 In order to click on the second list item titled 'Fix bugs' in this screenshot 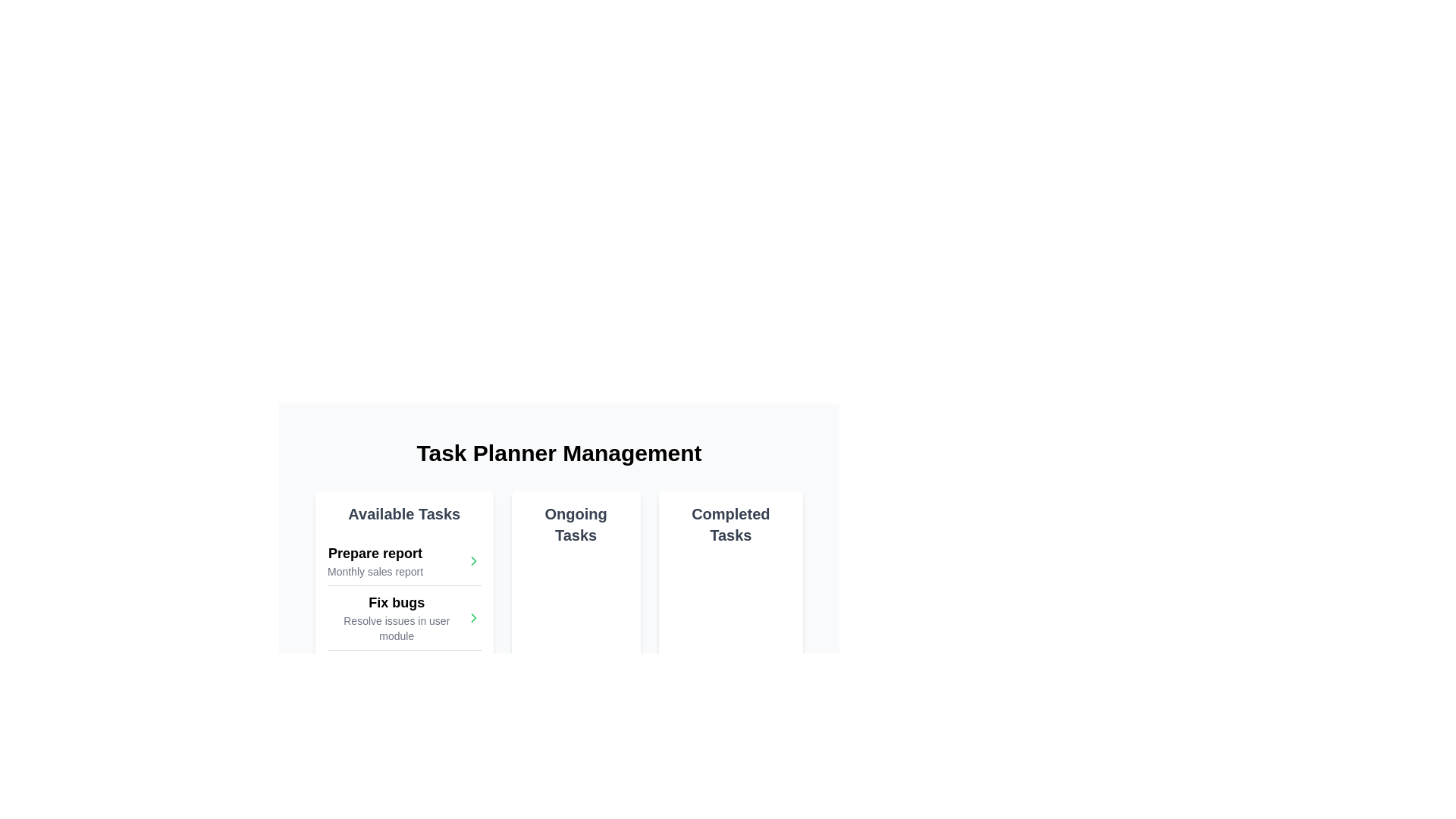, I will do `click(404, 617)`.